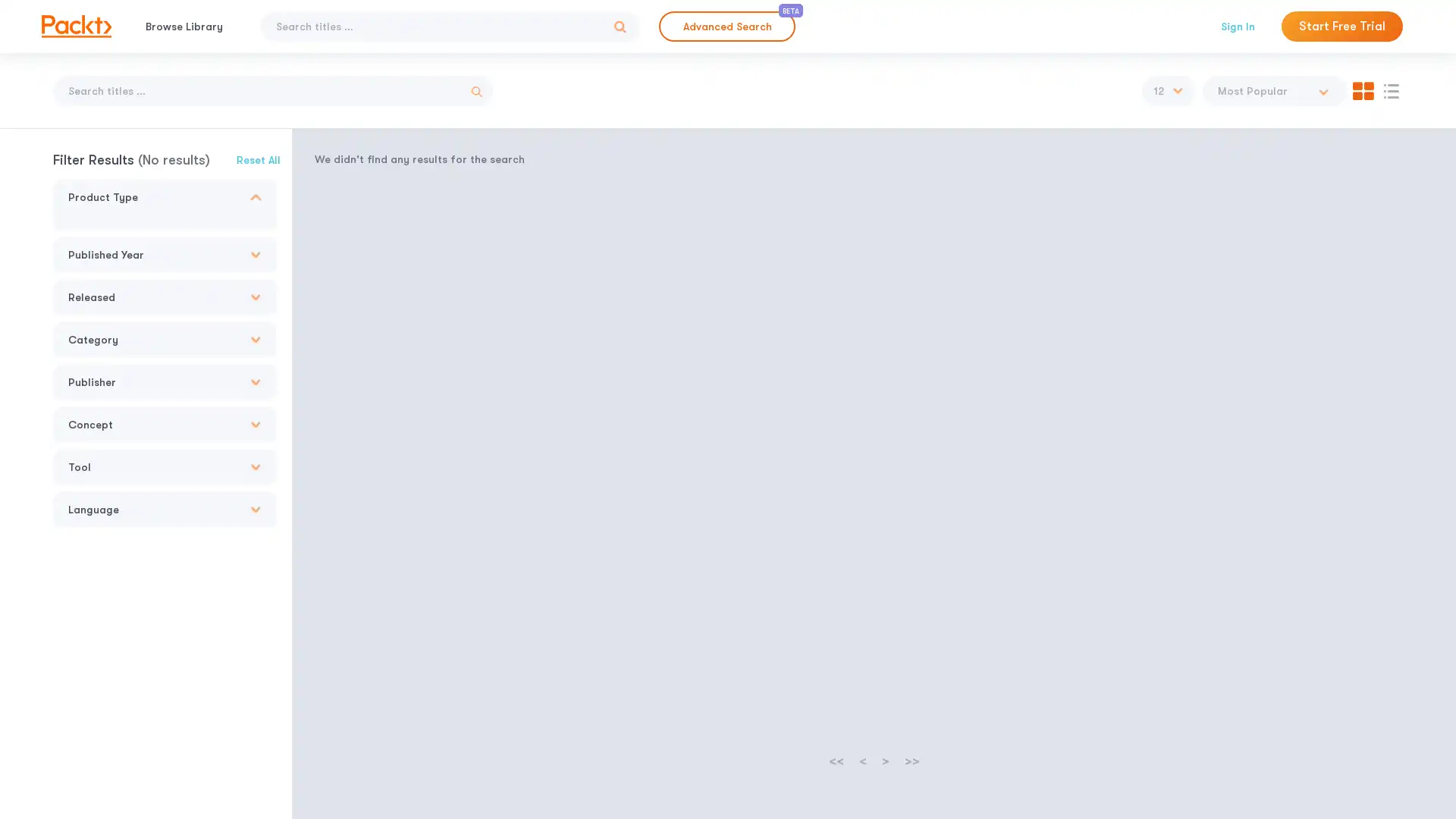  I want to click on >>, so click(910, 762).